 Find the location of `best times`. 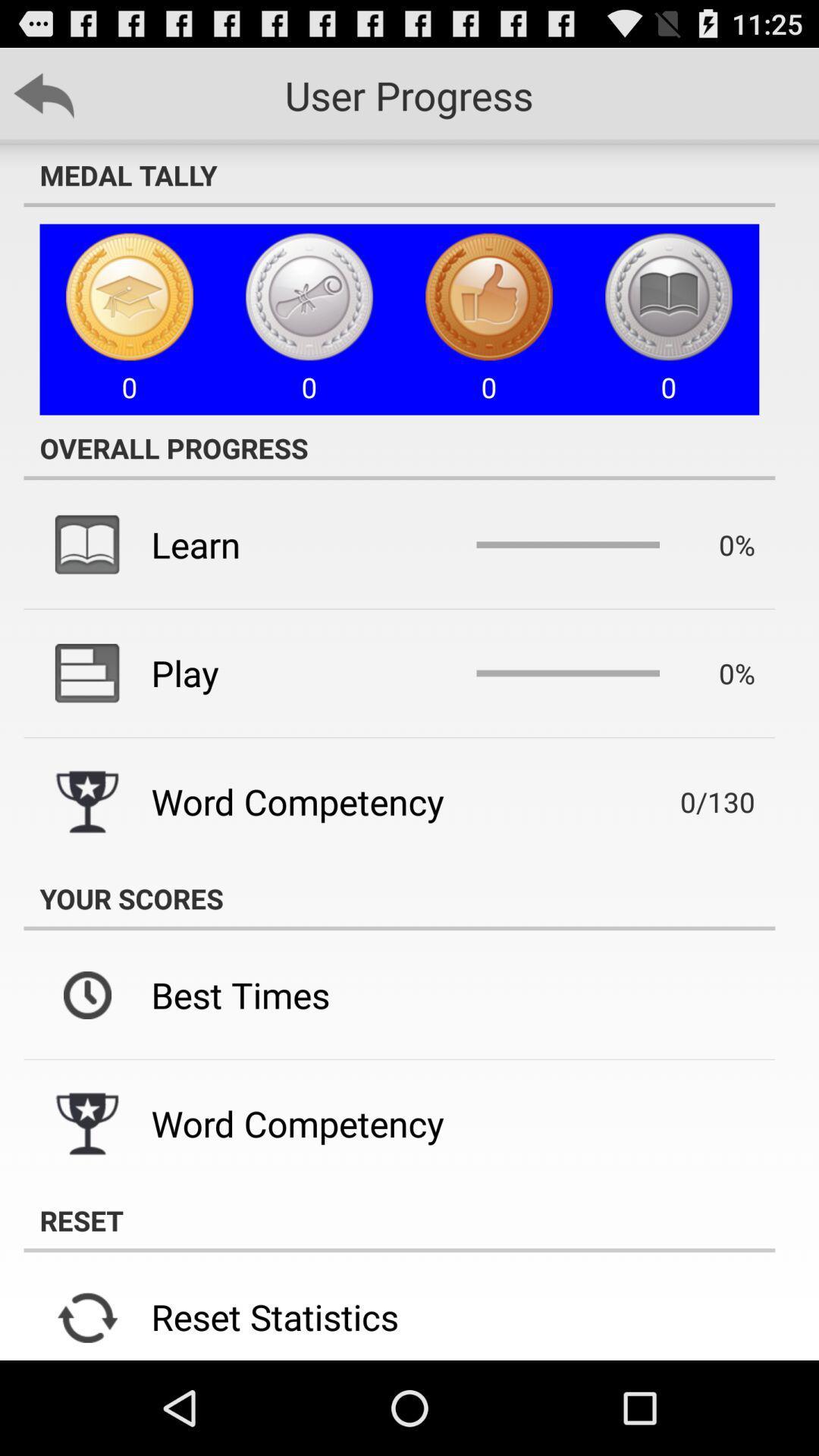

best times is located at coordinates (240, 995).